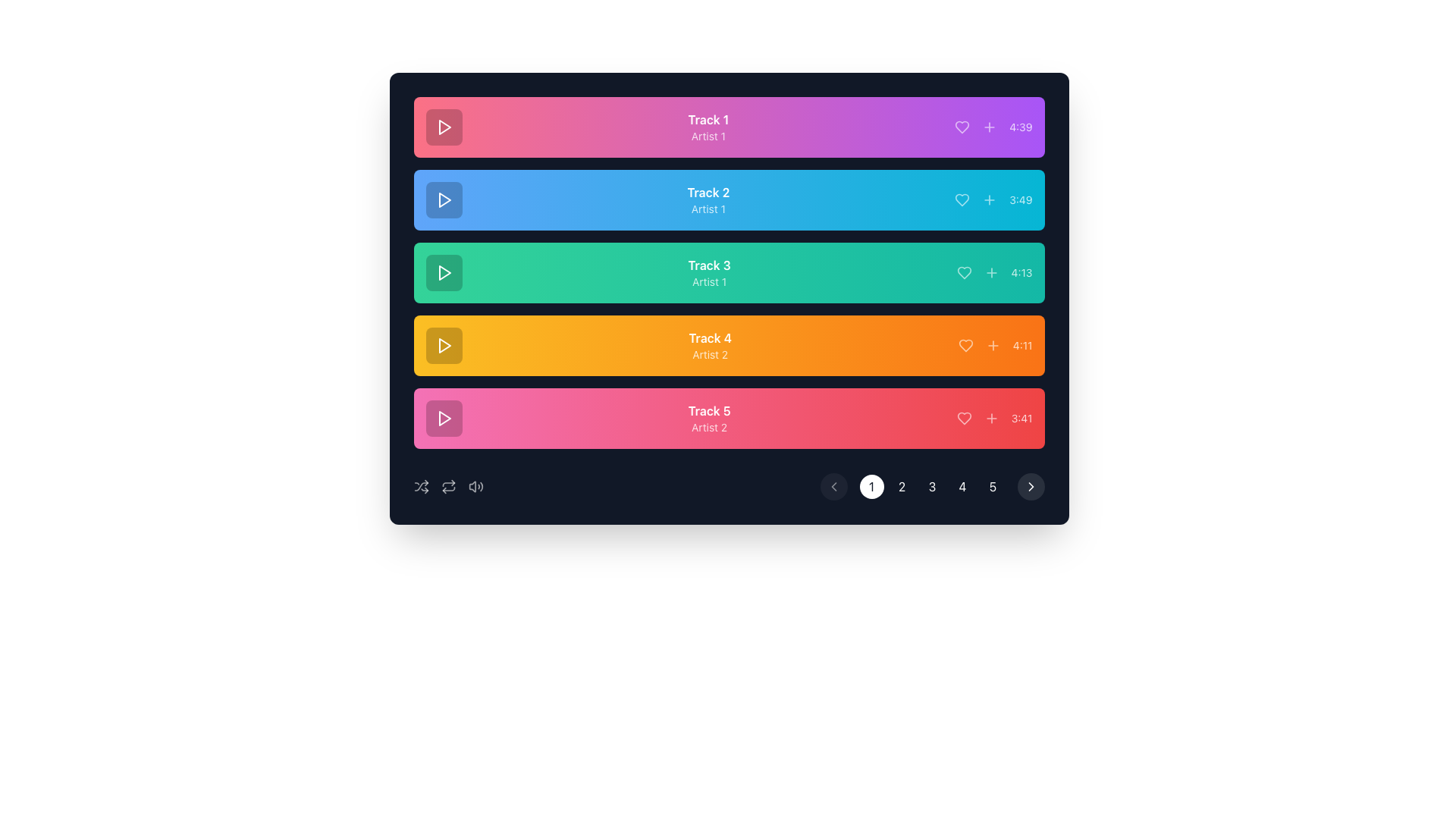  I want to click on the circular button displaying the number '3' in the pagination control to change its background color, so click(931, 486).